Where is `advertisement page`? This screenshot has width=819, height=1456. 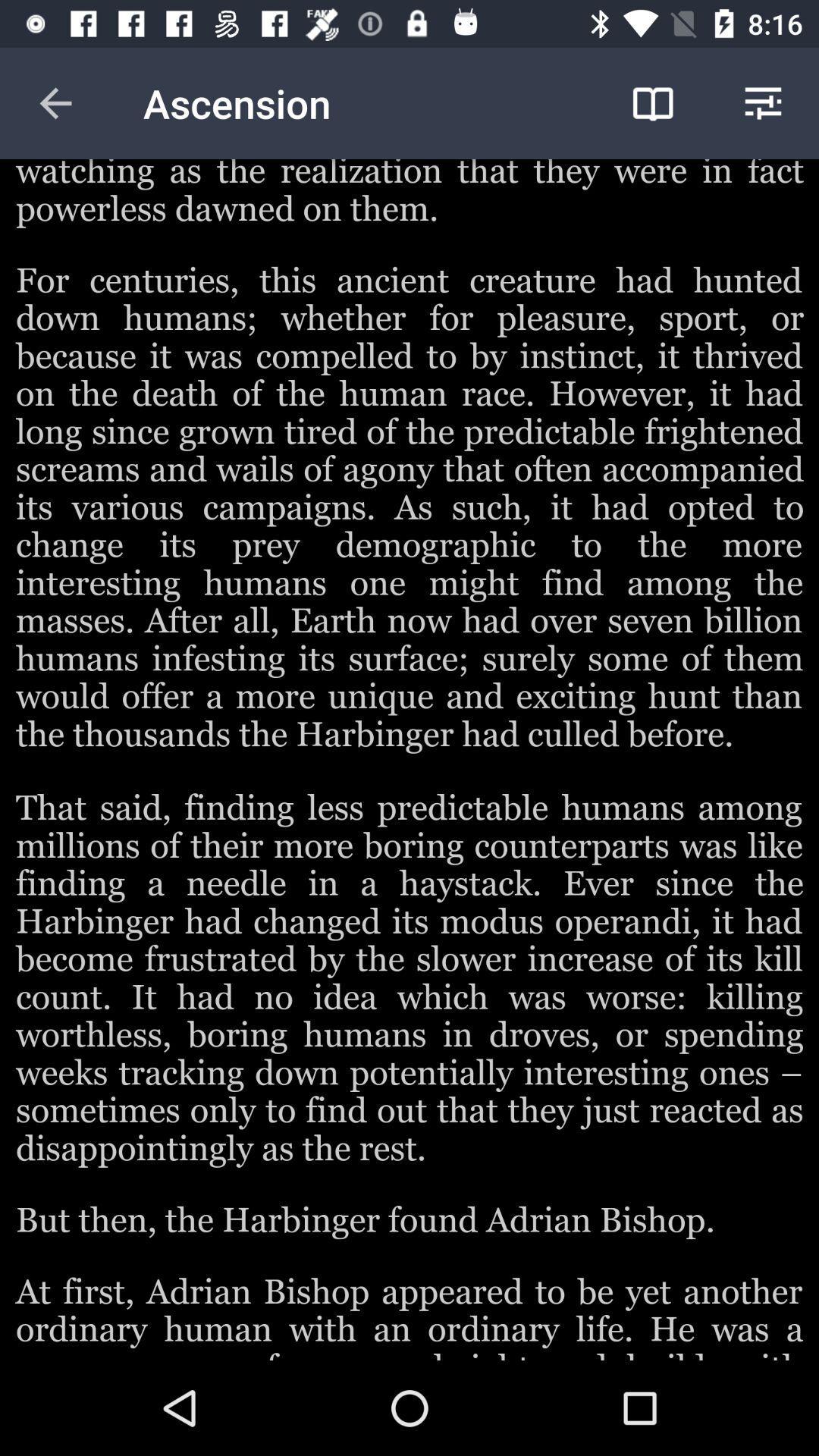
advertisement page is located at coordinates (409, 760).